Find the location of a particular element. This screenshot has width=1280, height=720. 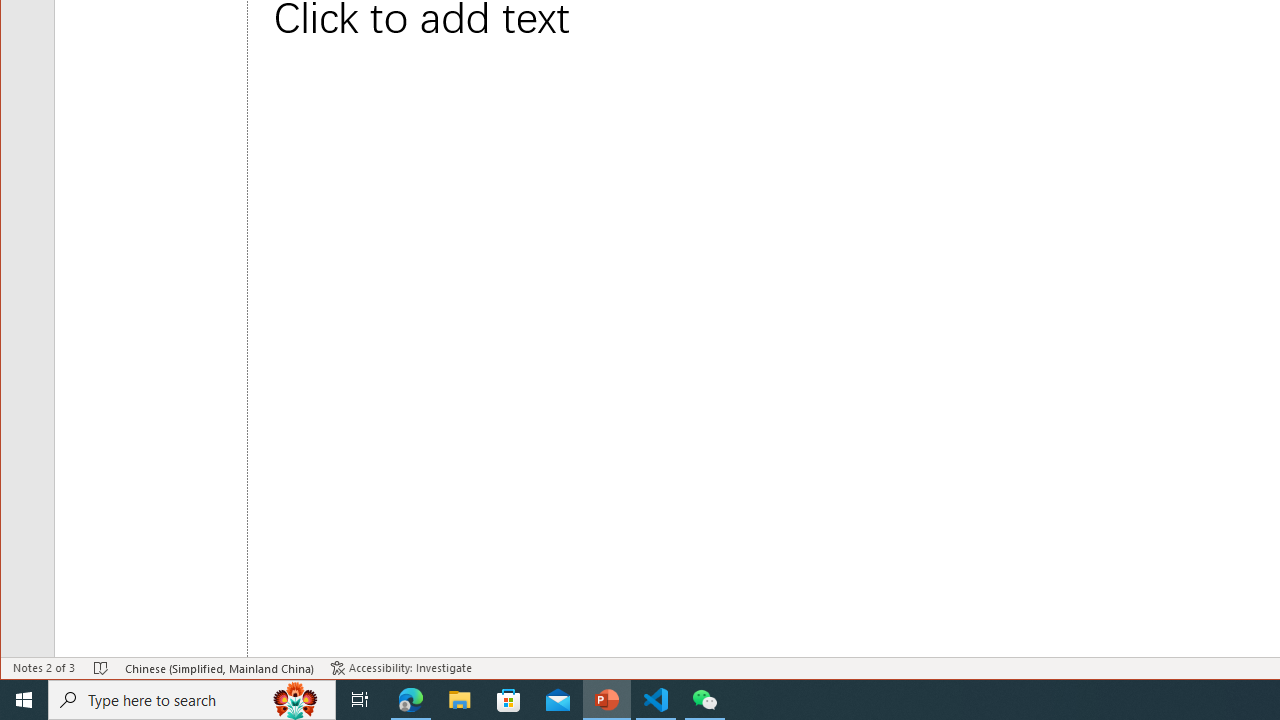

'Microsoft Store' is located at coordinates (509, 698).